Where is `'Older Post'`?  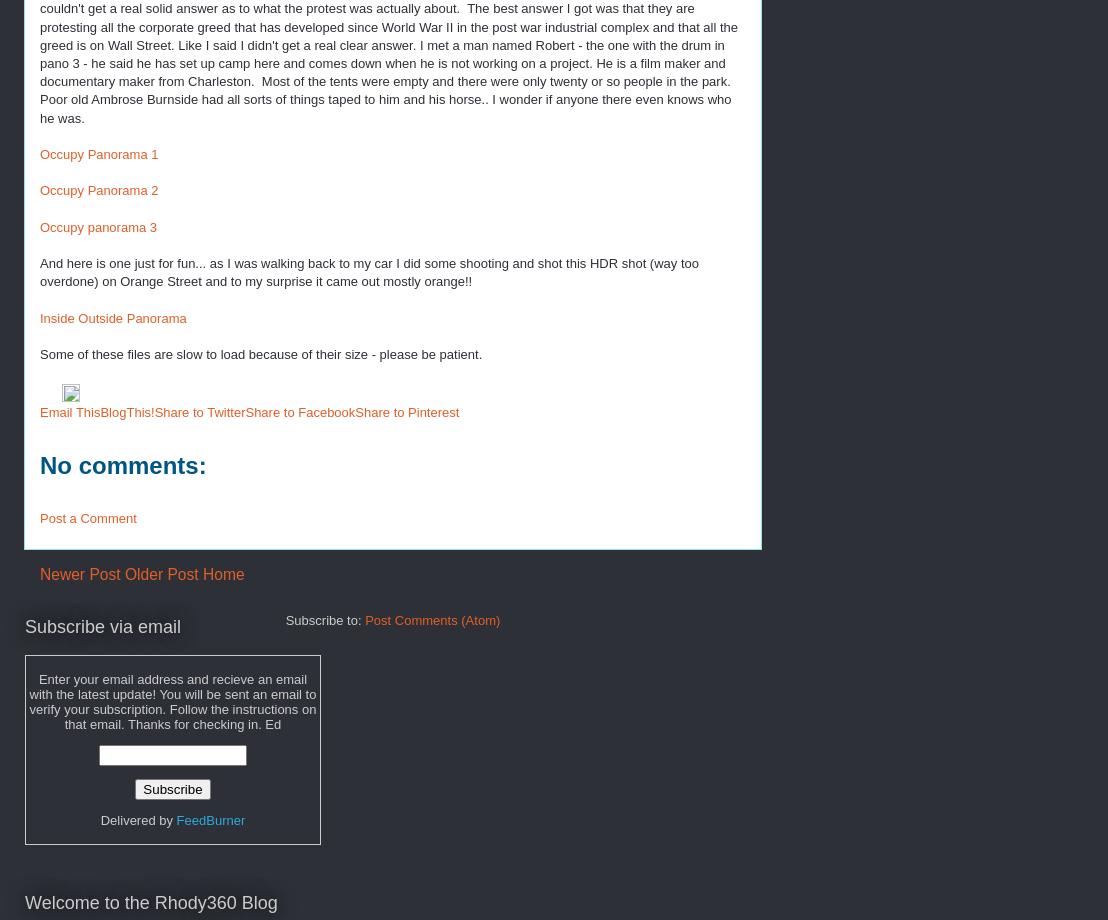
'Older Post' is located at coordinates (159, 574).